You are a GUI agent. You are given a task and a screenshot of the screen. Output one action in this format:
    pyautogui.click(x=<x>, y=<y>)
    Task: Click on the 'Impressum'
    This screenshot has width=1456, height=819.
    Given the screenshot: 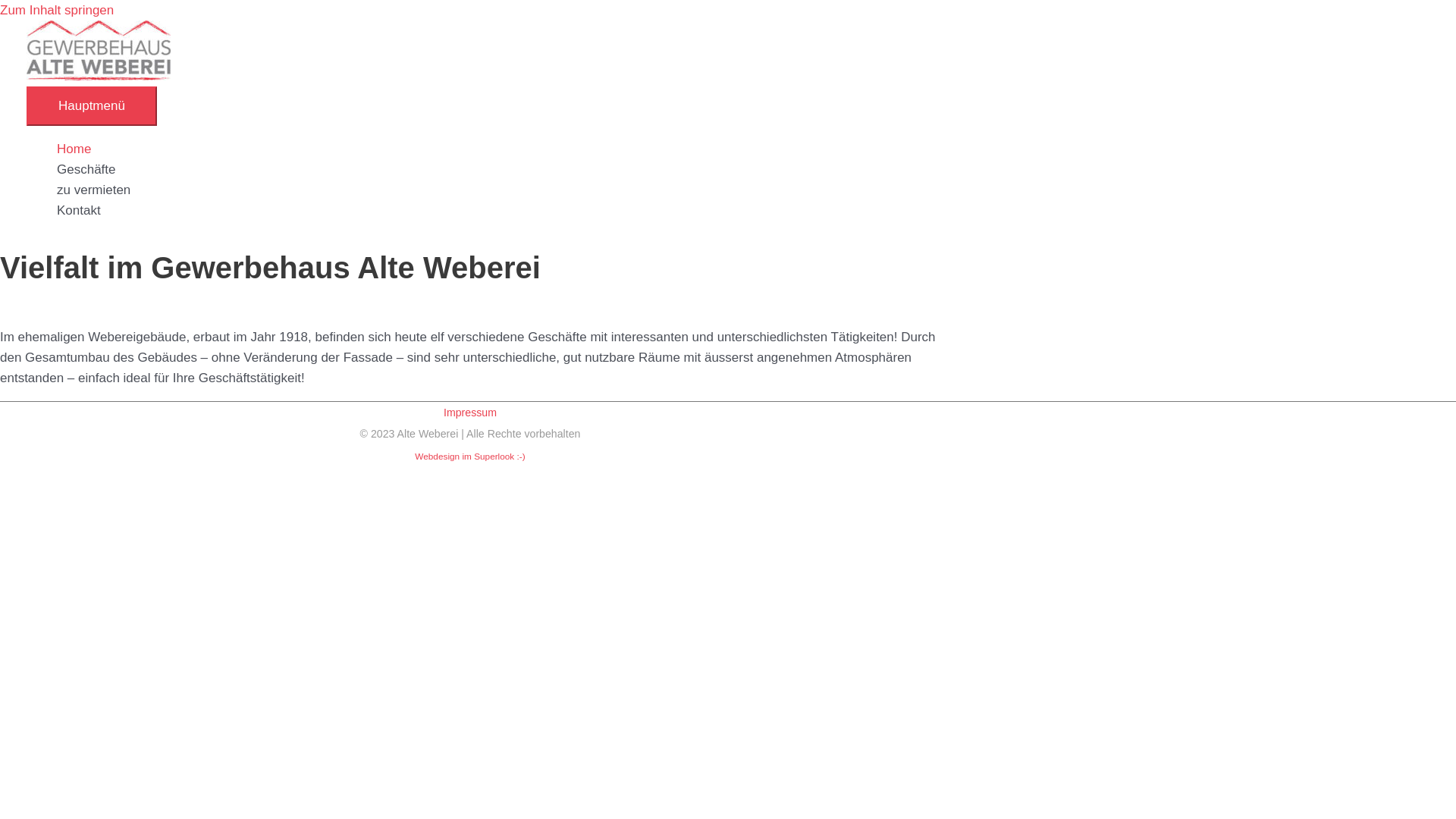 What is the action you would take?
    pyautogui.click(x=469, y=412)
    